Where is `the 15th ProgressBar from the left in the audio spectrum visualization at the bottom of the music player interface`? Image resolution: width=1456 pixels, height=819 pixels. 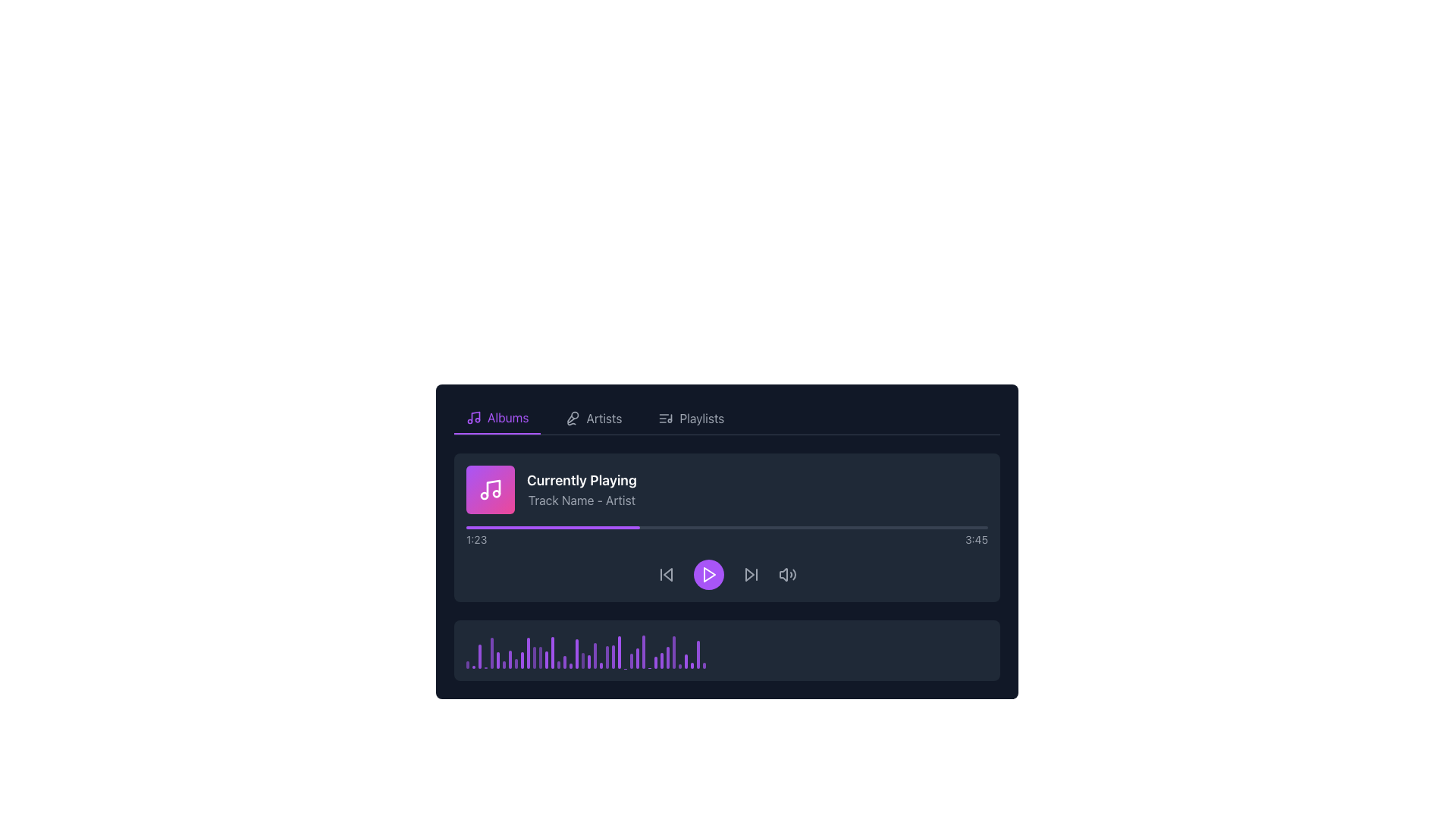
the 15th ProgressBar from the left in the audio spectrum visualization at the bottom of the music player interface is located at coordinates (552, 651).